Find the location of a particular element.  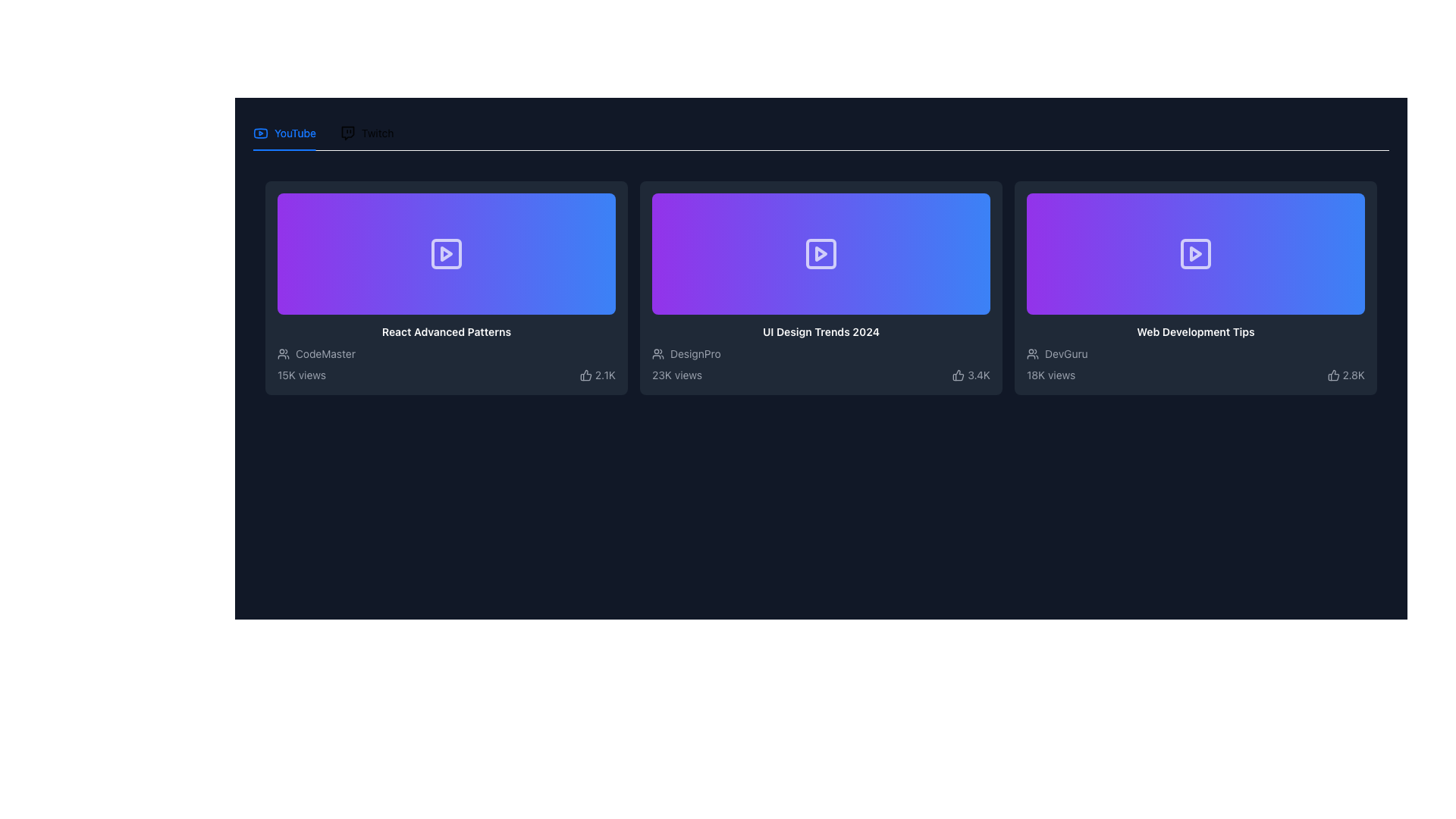

the informational bar displaying the view and like counts for the content titled 'UI Design Trends 2024', located near the bottom of the middle card in a grid layout is located at coordinates (821, 375).